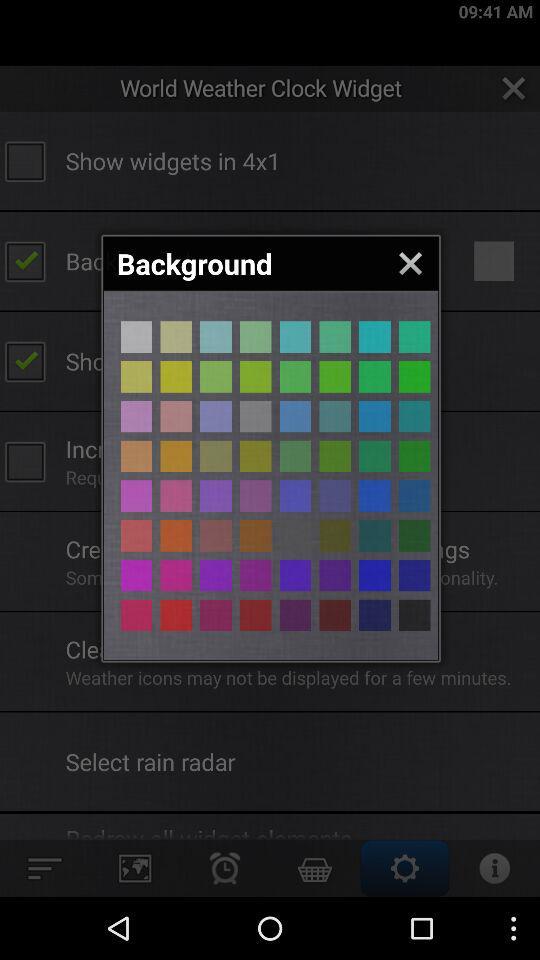  I want to click on lilac background, so click(135, 415).